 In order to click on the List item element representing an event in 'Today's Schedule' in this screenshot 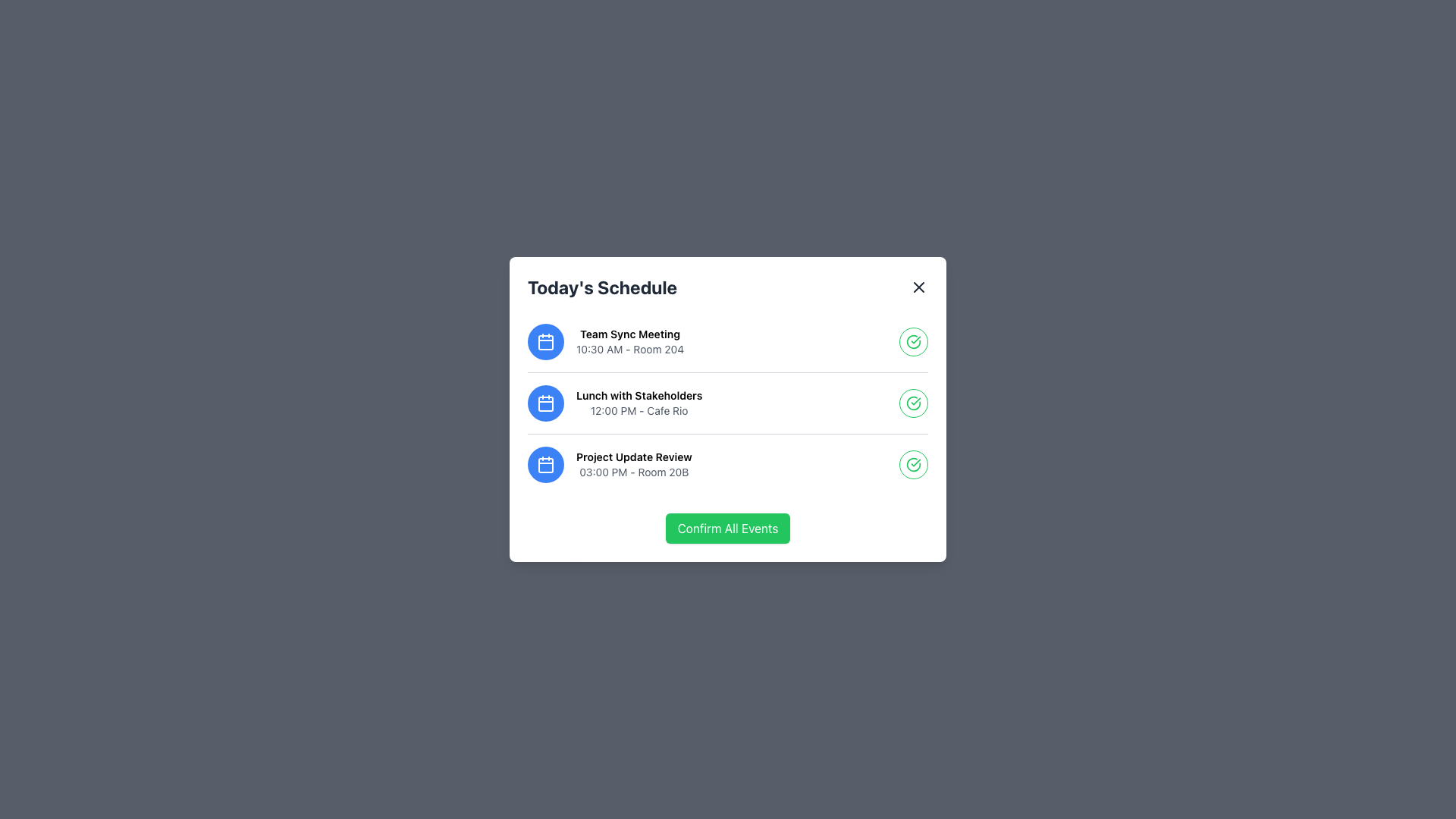, I will do `click(728, 402)`.